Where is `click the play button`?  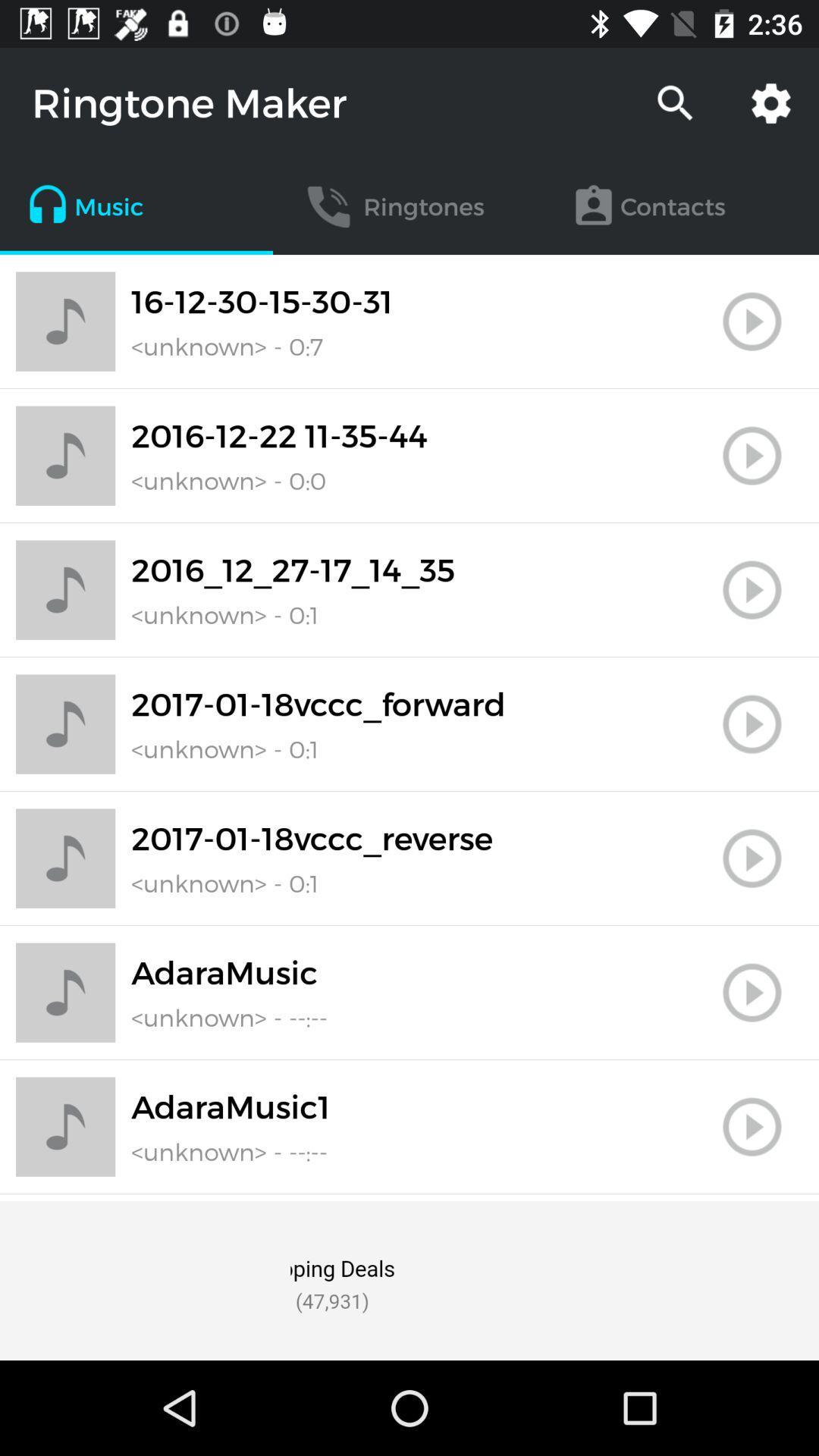 click the play button is located at coordinates (752, 589).